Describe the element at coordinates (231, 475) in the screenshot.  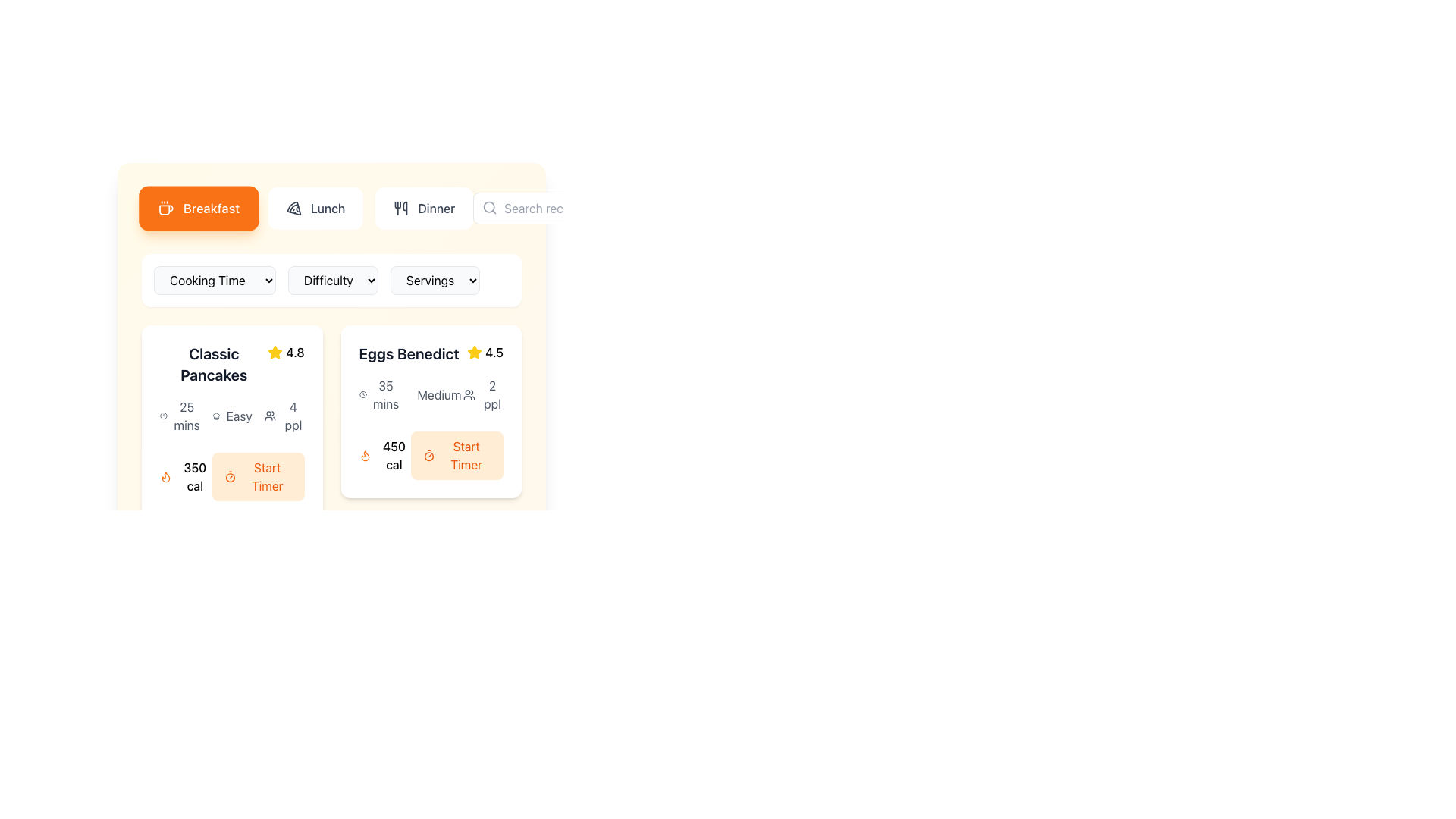
I see `the 'Start Timer' button, which has a rounded orange background and is located at the bottom-right of the 'Classic Pancakes' card` at that location.